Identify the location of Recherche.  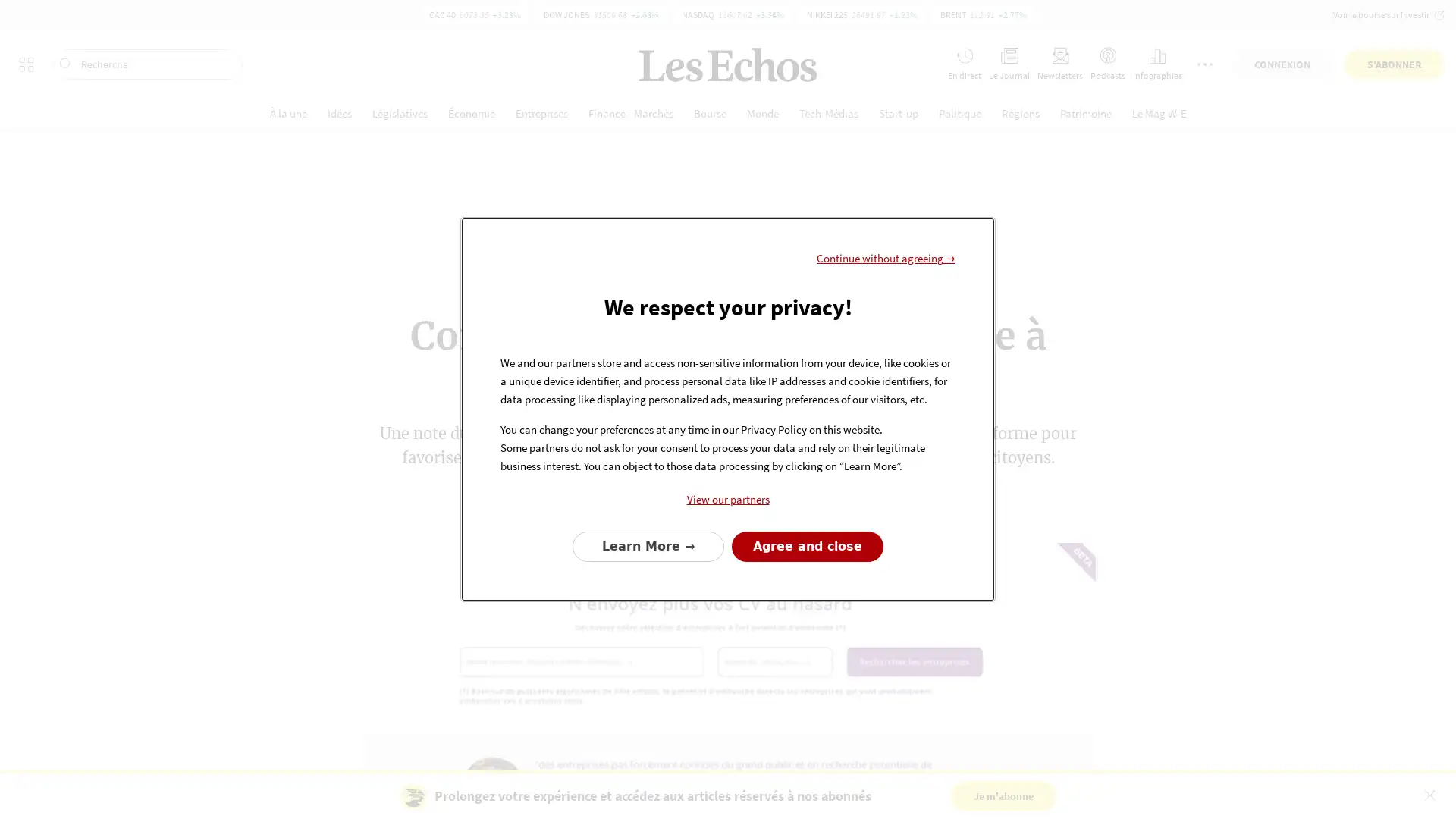
(148, 20).